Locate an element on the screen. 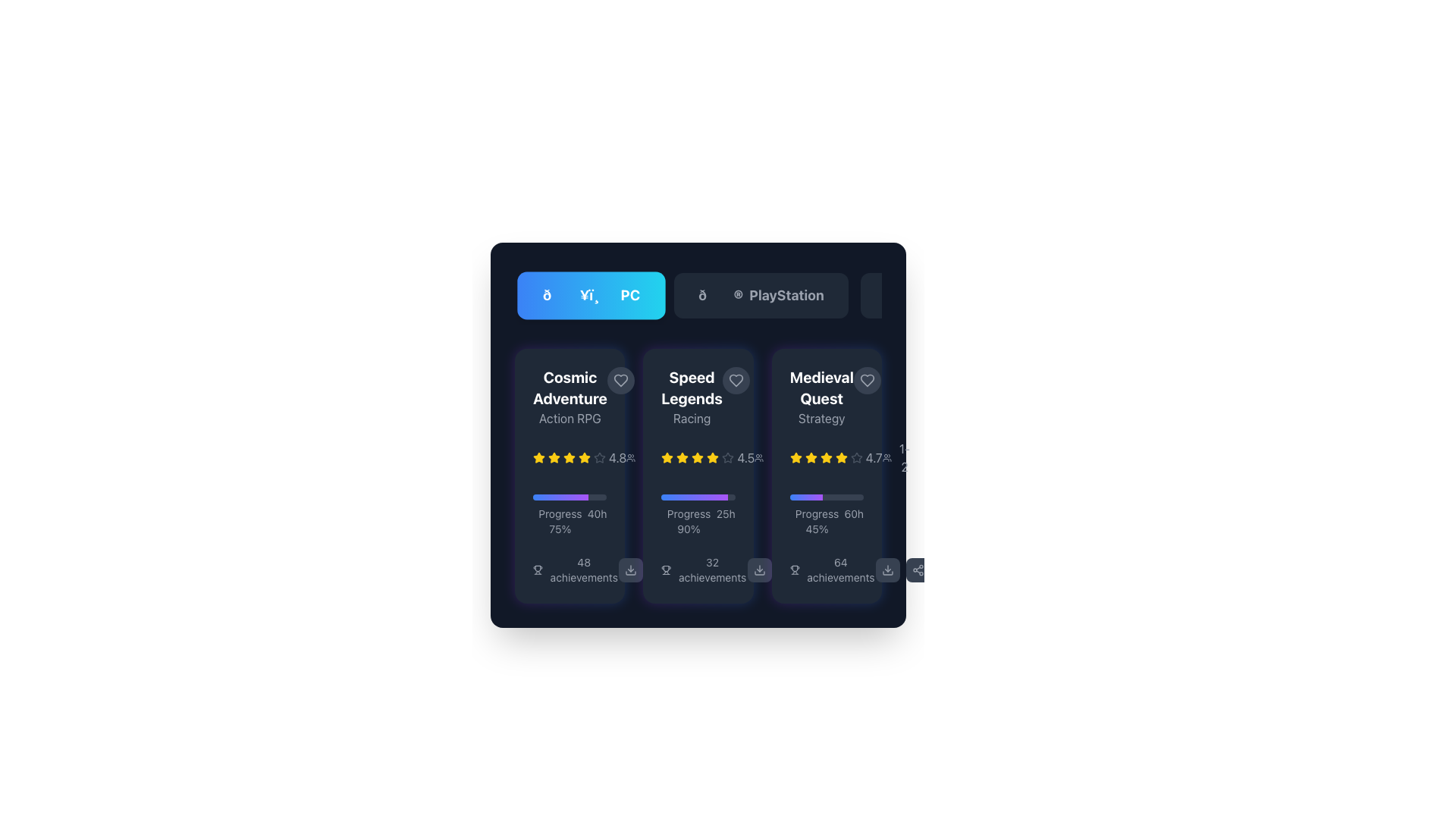  the Rating Display element, which shows four filled yellow stars and the text '4.5' in gray, located at the top of the middle card in a three-column layout is located at coordinates (707, 457).